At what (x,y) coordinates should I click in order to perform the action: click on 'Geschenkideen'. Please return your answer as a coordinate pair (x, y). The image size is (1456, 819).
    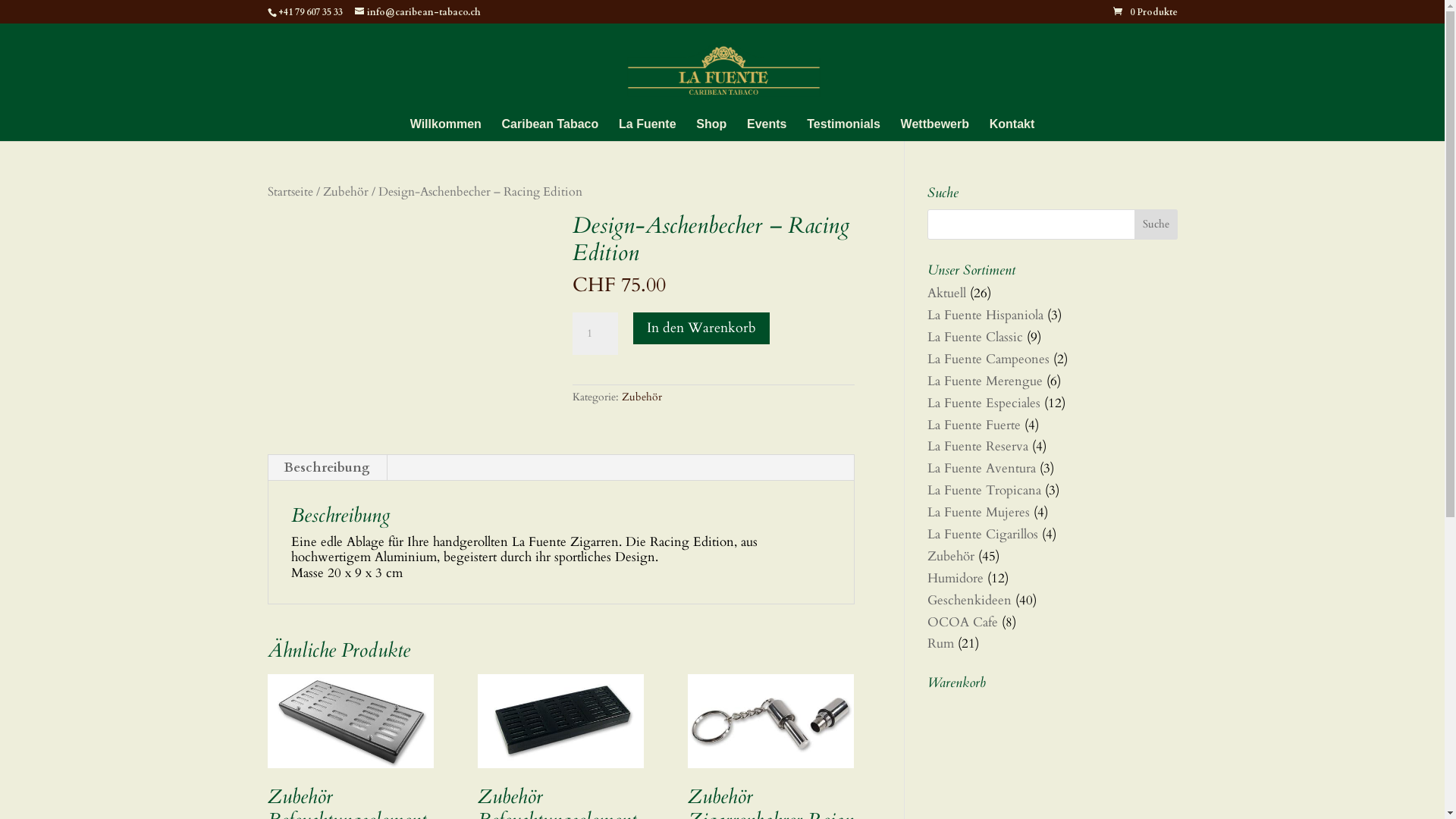
    Looking at the image, I should click on (968, 599).